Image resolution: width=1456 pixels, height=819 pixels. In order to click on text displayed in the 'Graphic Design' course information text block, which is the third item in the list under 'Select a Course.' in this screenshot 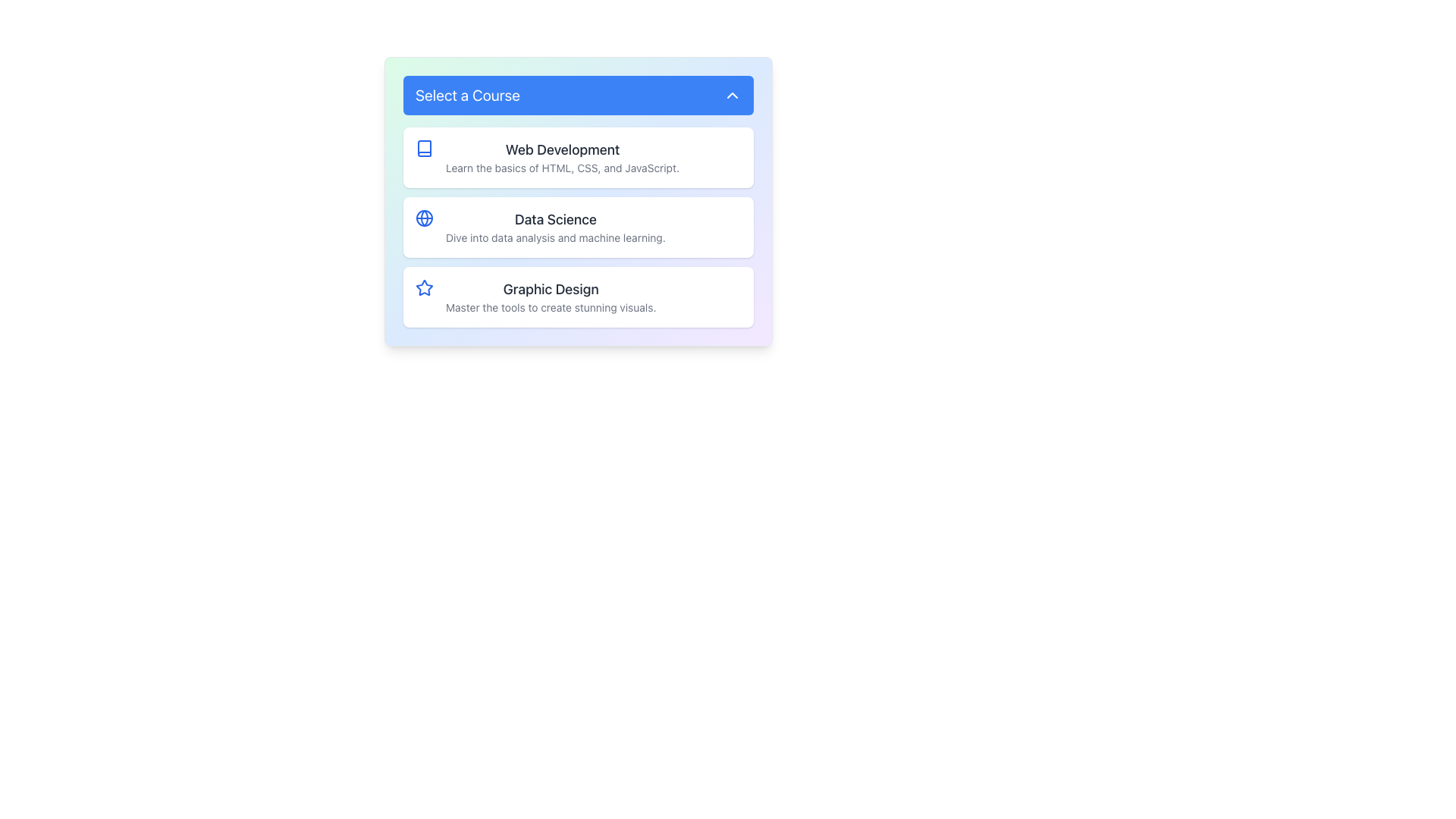, I will do `click(550, 297)`.